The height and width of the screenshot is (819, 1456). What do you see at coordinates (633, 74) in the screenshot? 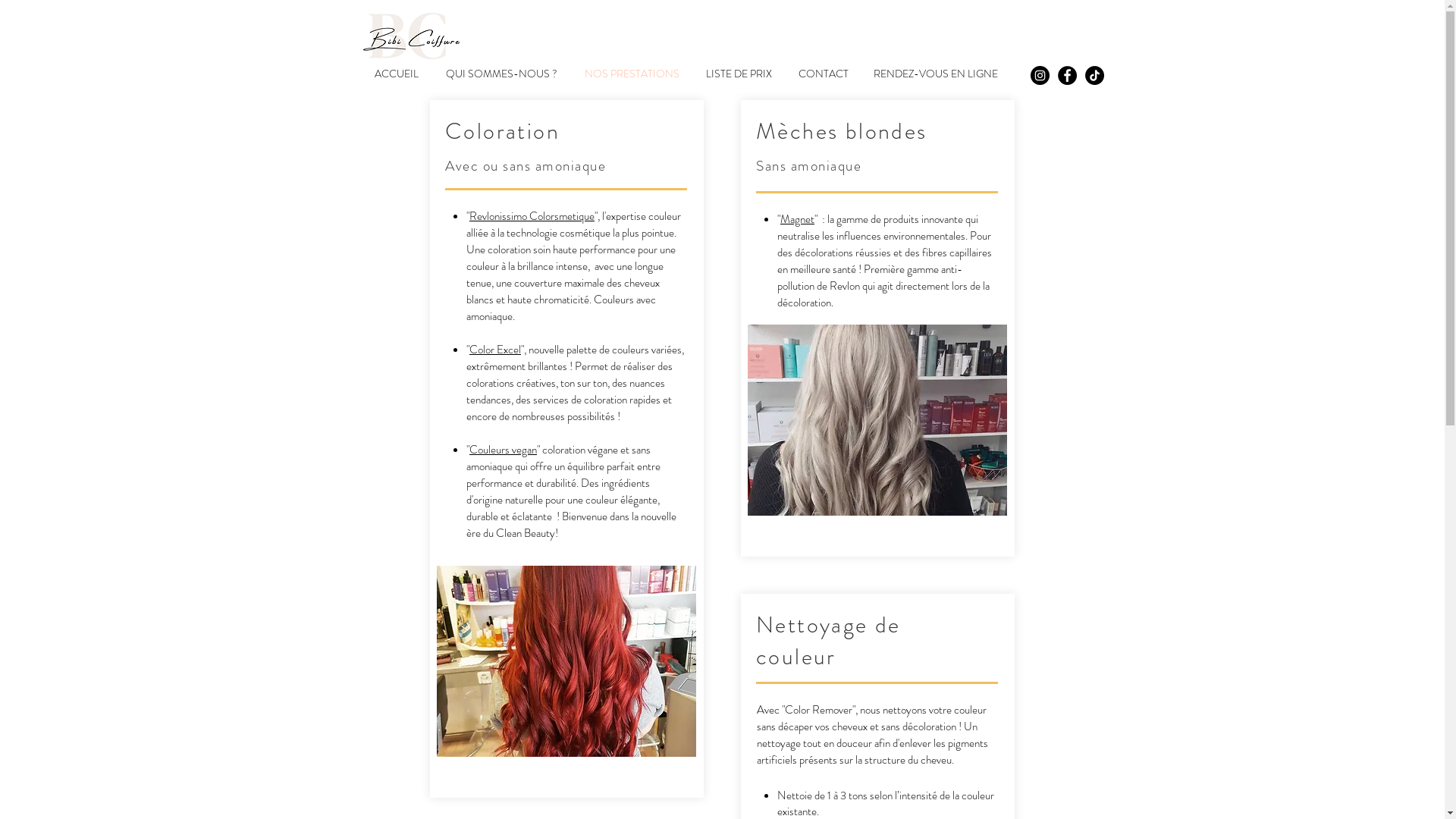
I see `'NOS PRESTATIONS'` at bounding box center [633, 74].